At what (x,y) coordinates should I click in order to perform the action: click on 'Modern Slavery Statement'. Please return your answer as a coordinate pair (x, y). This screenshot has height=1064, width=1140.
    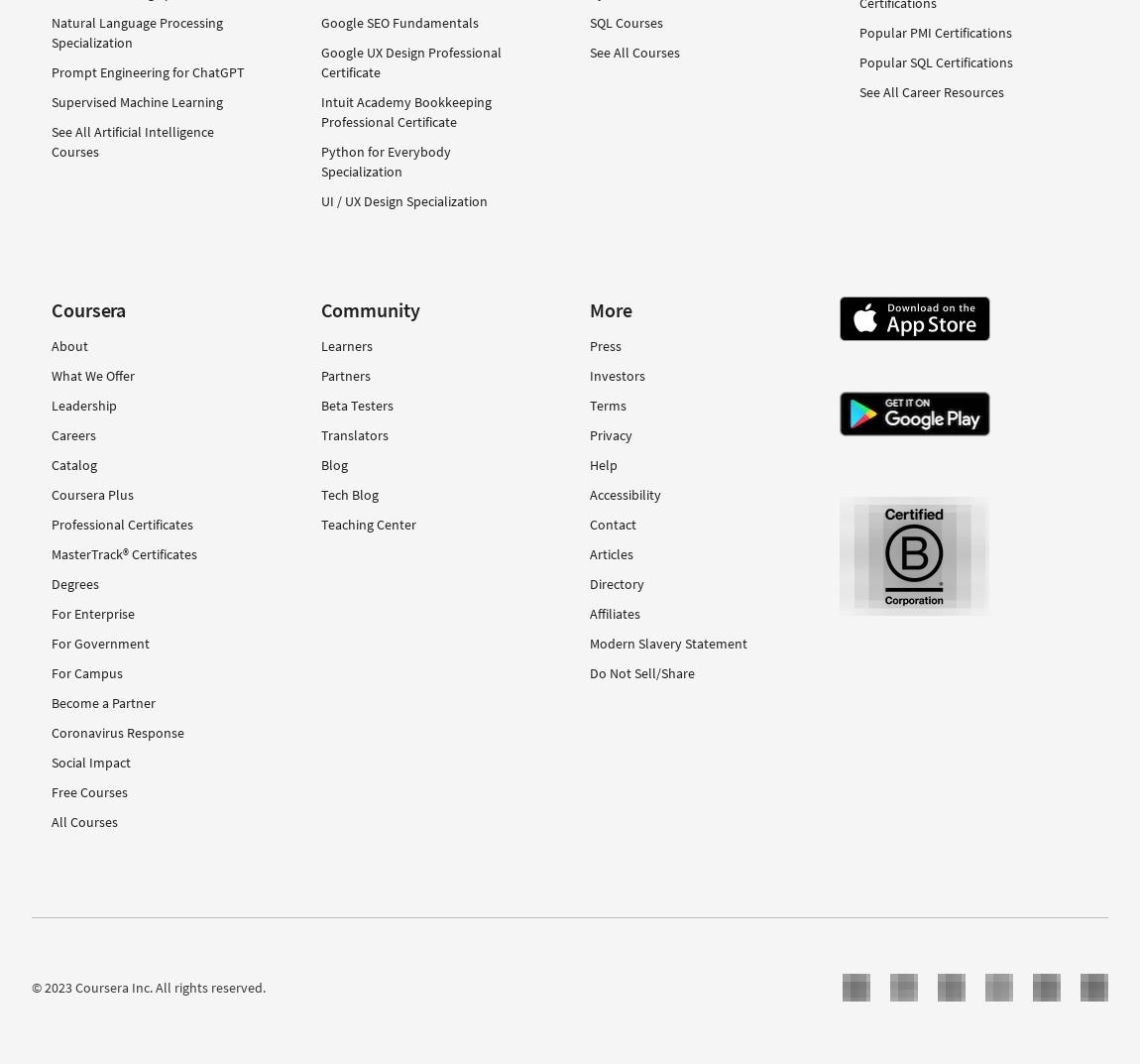
    Looking at the image, I should click on (589, 641).